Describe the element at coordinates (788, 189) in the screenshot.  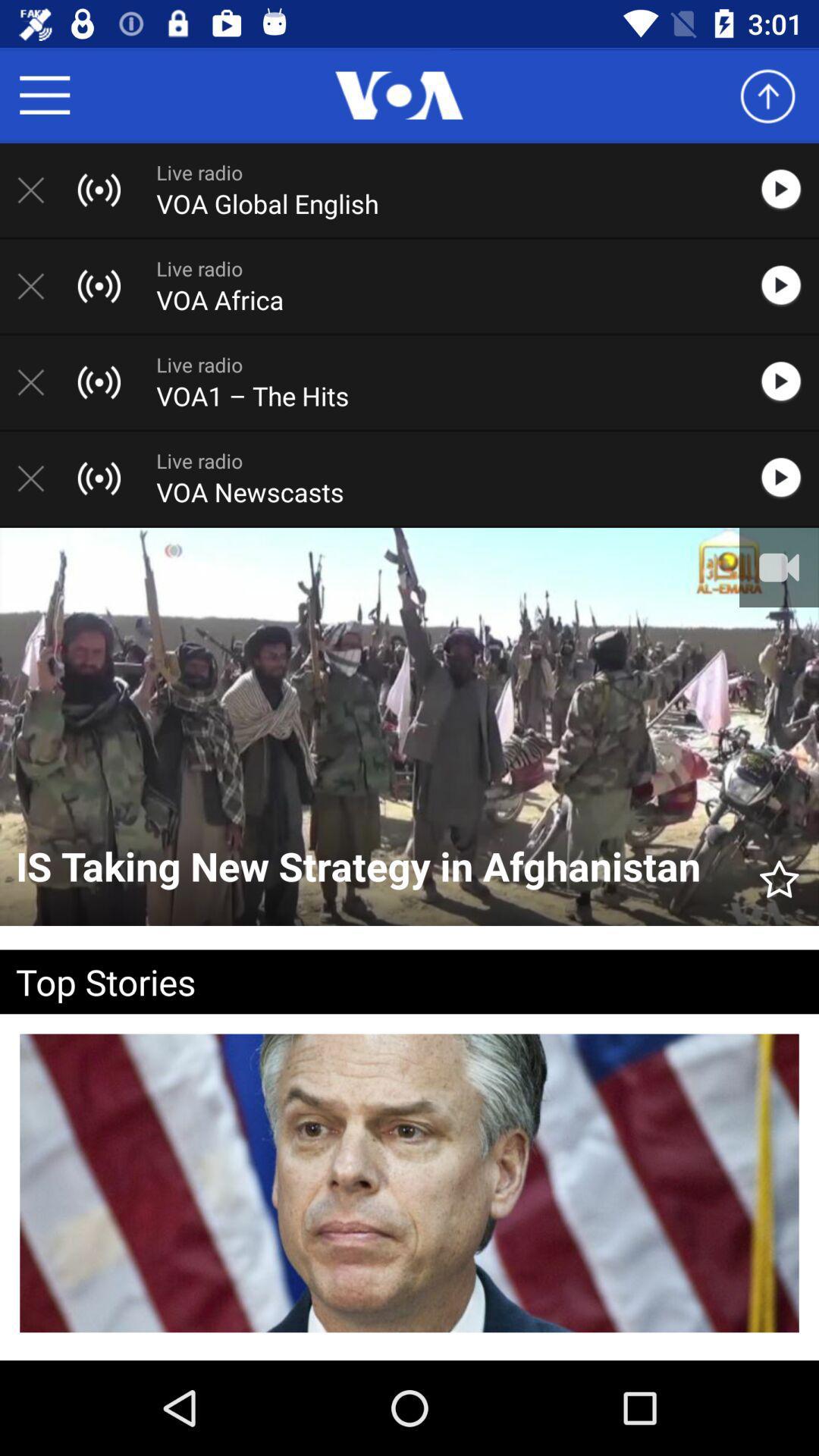
I see `live radio` at that location.